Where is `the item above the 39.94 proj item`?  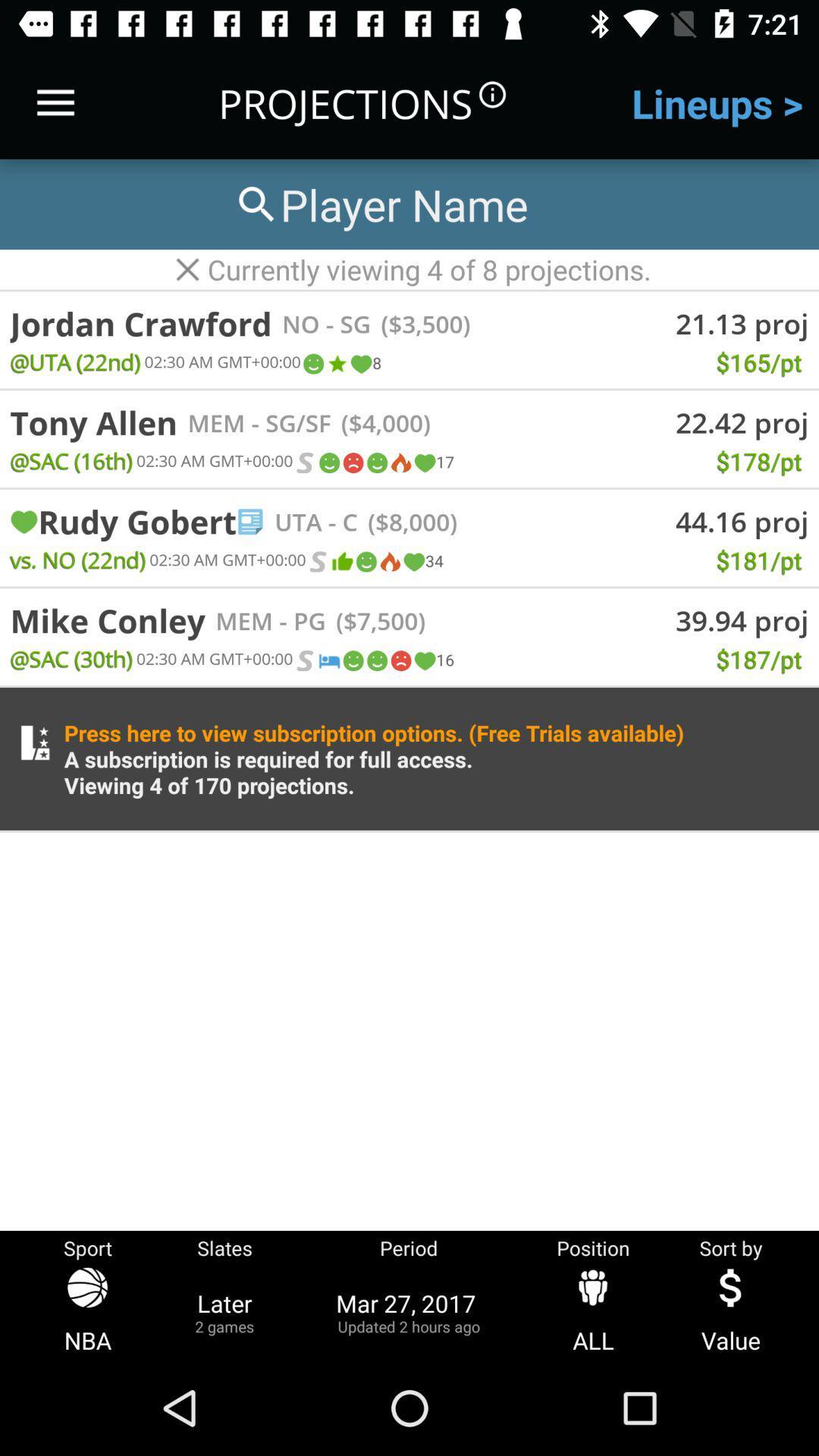
the item above the 39.94 proj item is located at coordinates (550, 599).